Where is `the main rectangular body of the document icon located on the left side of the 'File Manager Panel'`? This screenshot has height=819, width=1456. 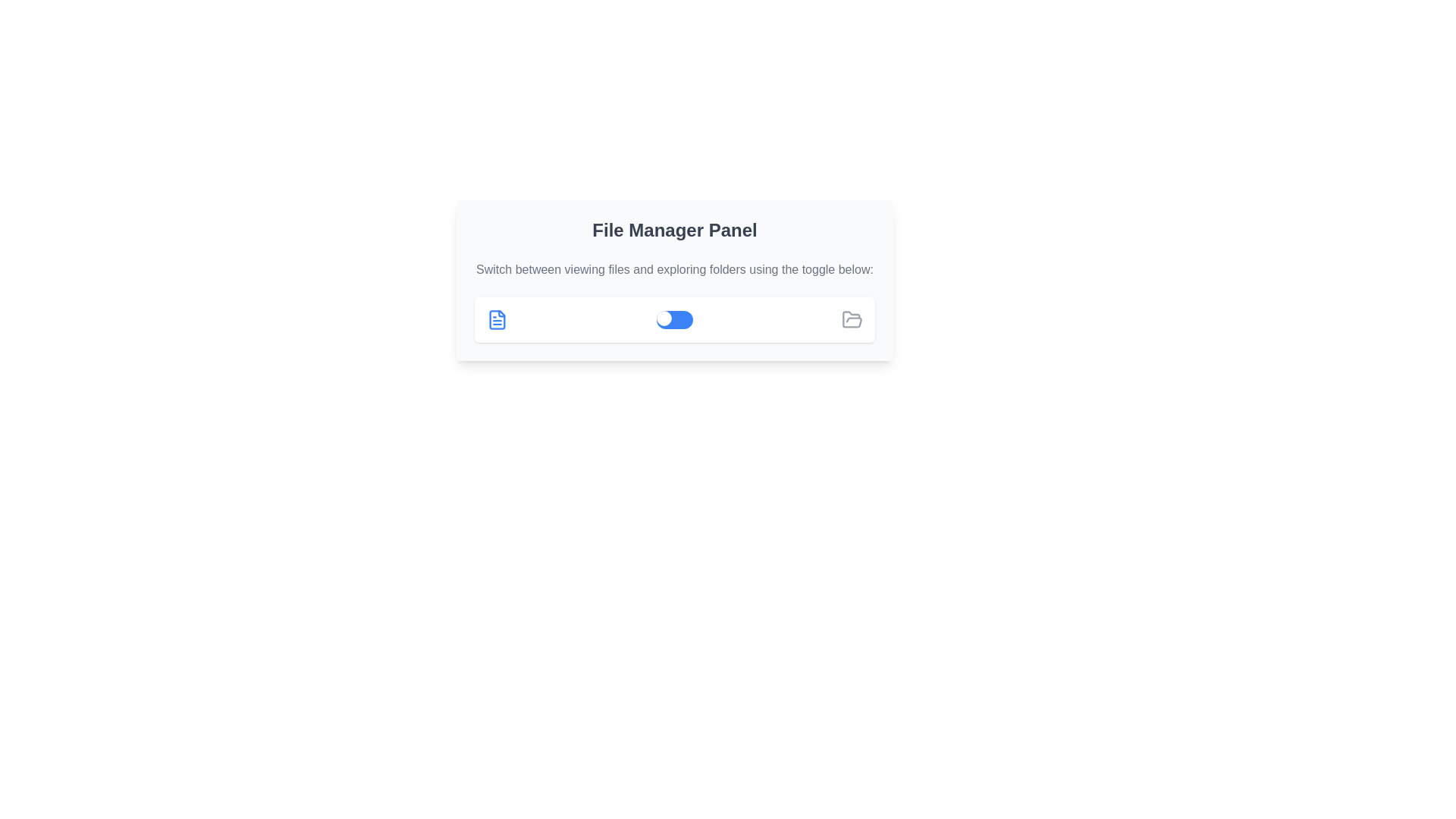
the main rectangular body of the document icon located on the left side of the 'File Manager Panel' is located at coordinates (497, 318).